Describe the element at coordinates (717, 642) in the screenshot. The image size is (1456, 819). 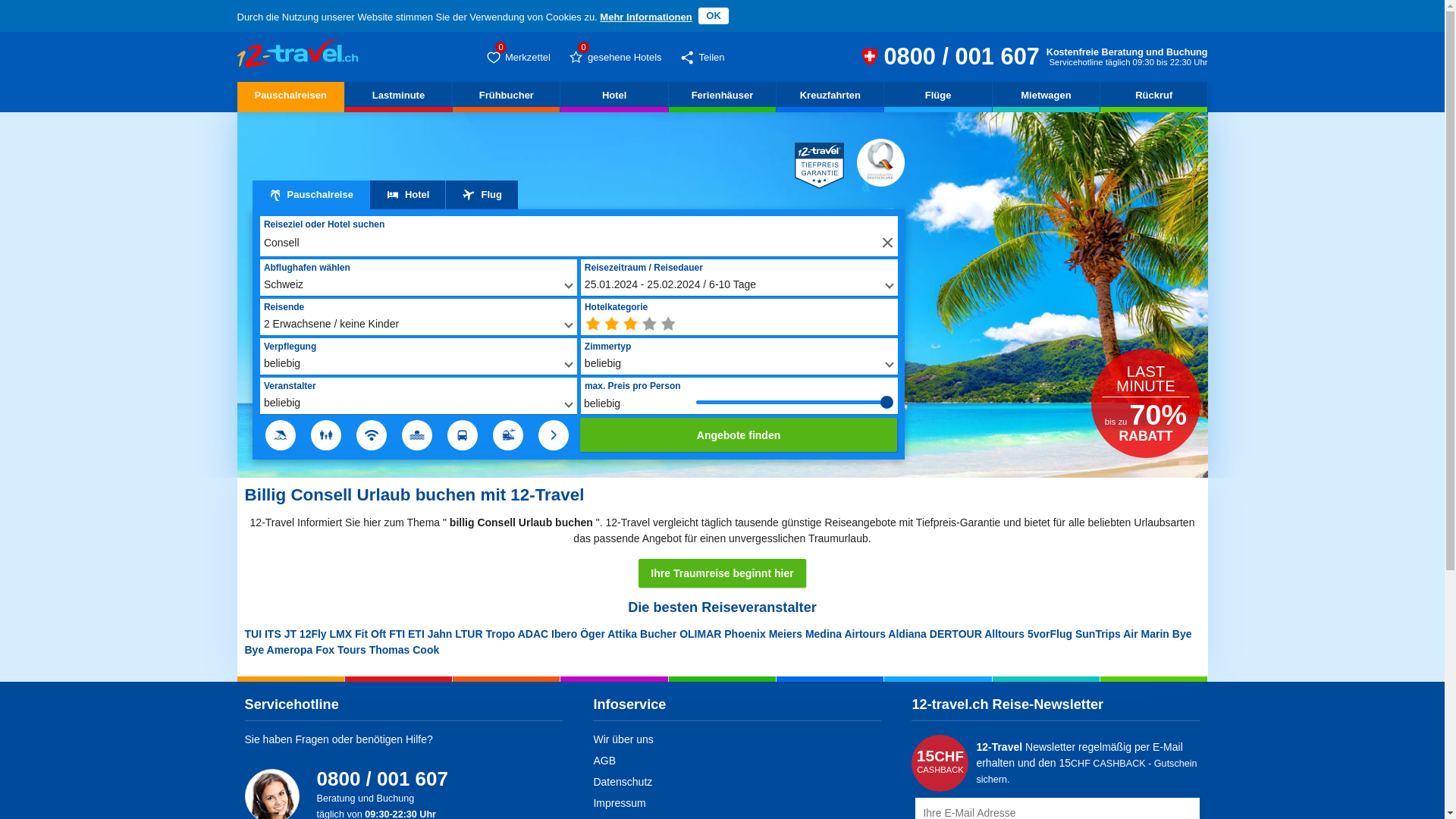
I see `'Bye Bye'` at that location.